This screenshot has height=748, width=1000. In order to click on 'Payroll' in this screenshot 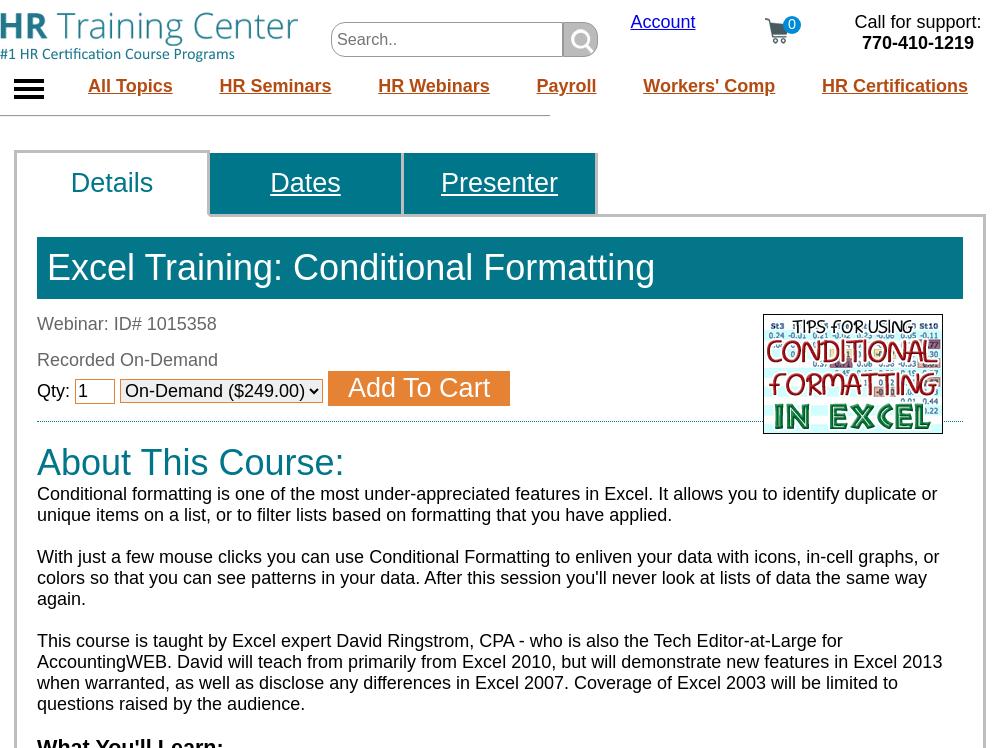, I will do `click(536, 83)`.